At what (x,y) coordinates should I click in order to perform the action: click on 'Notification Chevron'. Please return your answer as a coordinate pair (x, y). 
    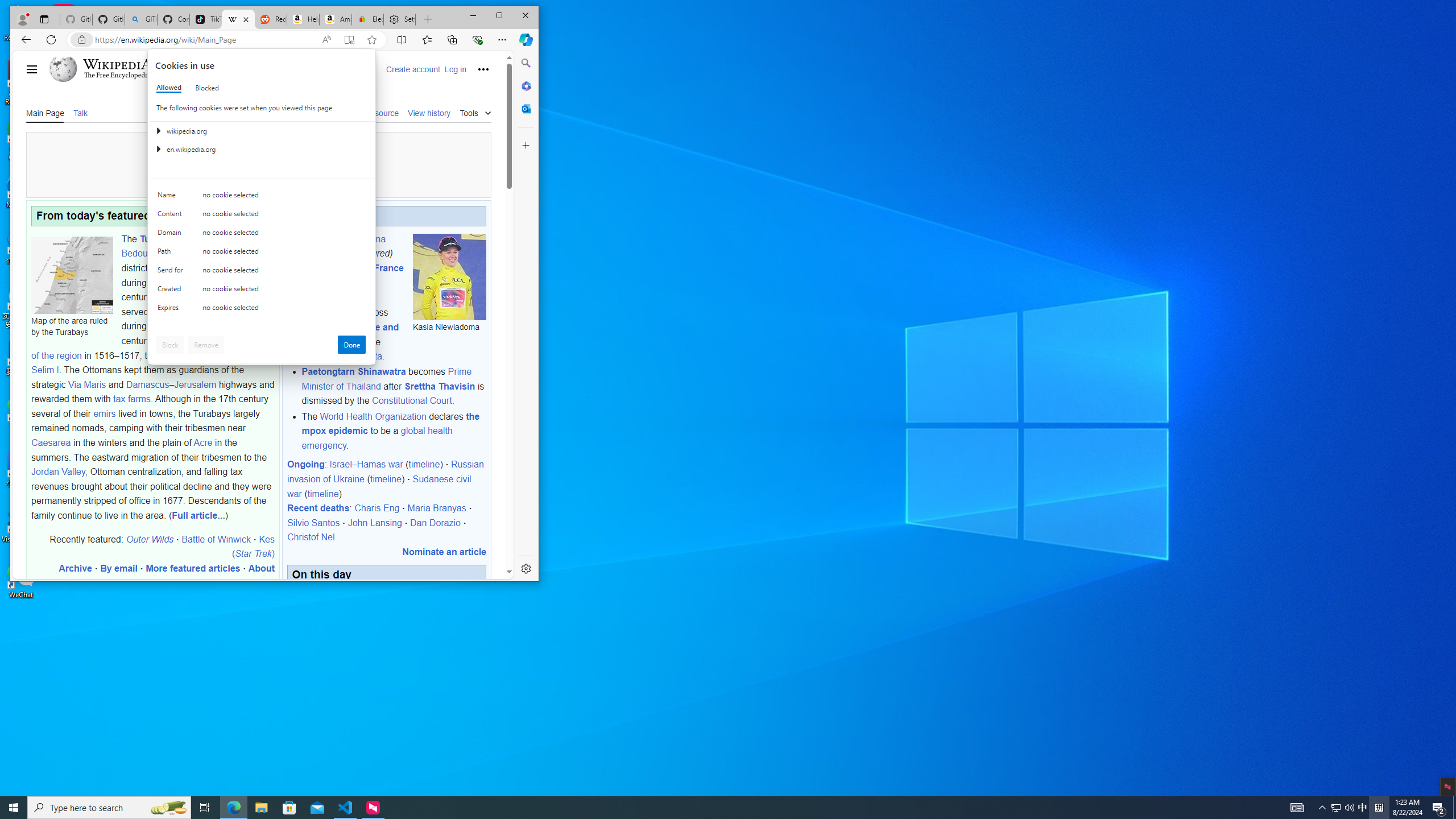
    Looking at the image, I should click on (1335, 806).